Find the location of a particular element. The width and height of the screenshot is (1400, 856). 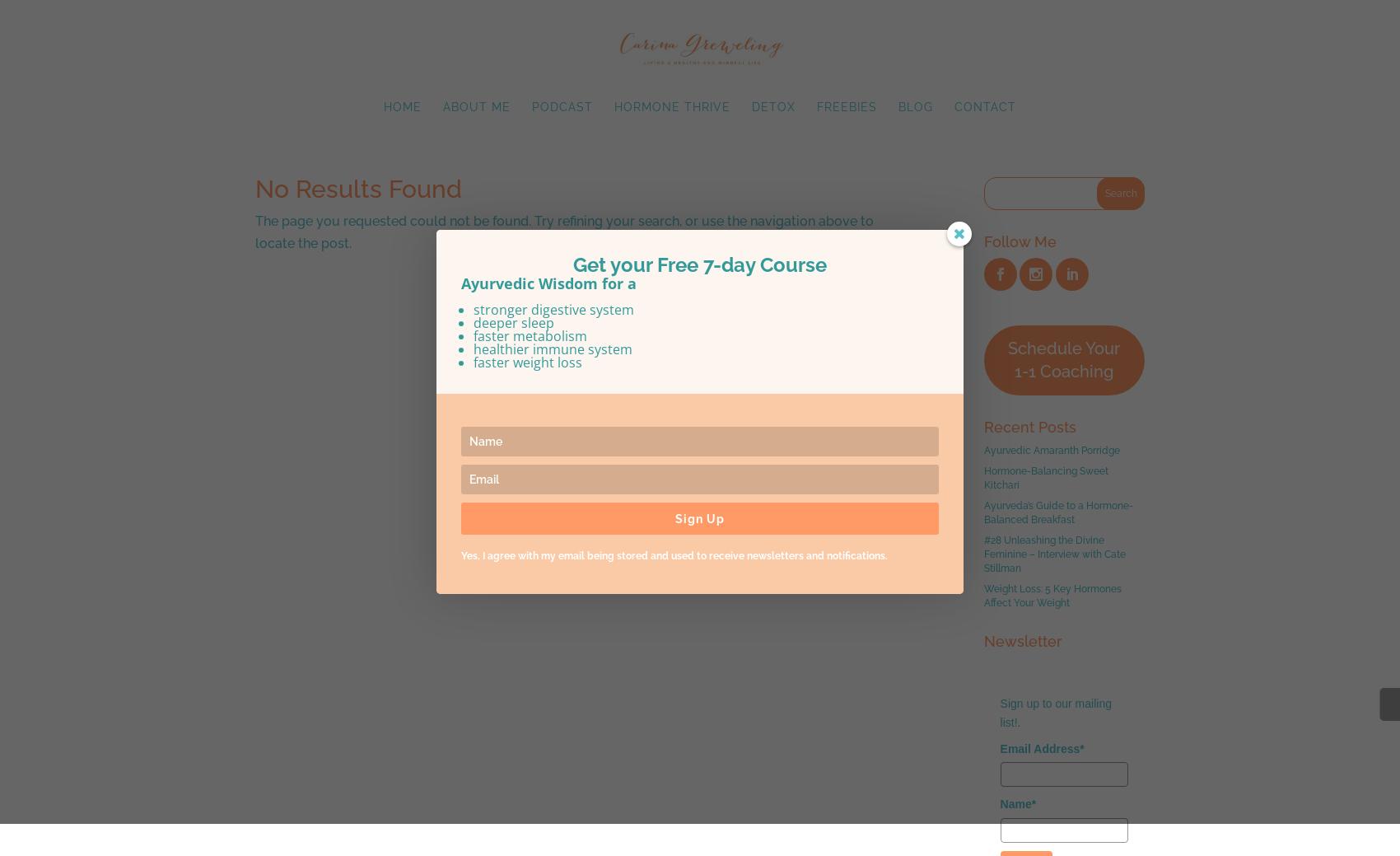

'Freebies' is located at coordinates (846, 105).